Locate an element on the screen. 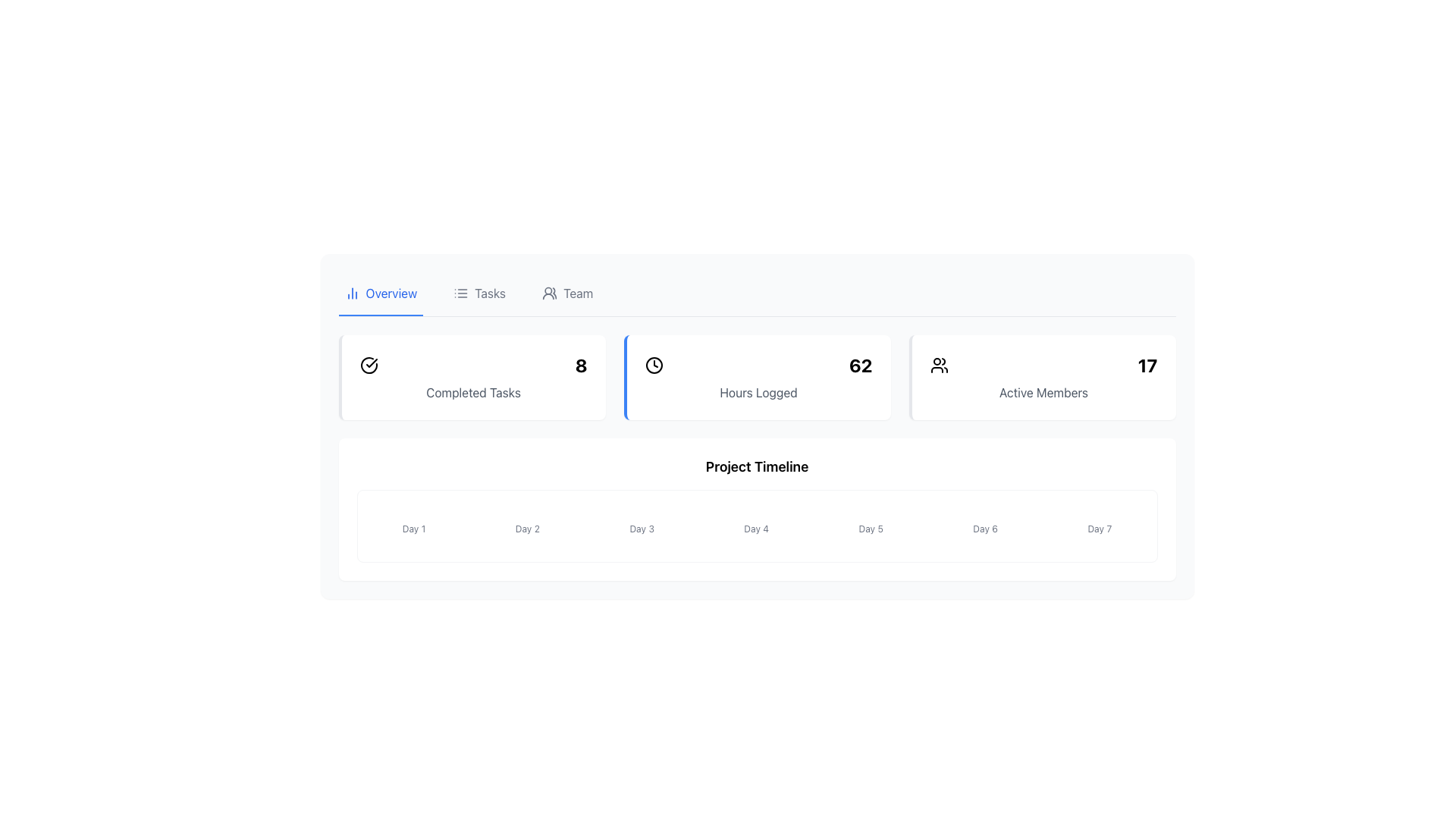  the text label indicating 'Day 6' in the project timeline, which is the sixth element out of seven horizontally aligned elements is located at coordinates (985, 526).